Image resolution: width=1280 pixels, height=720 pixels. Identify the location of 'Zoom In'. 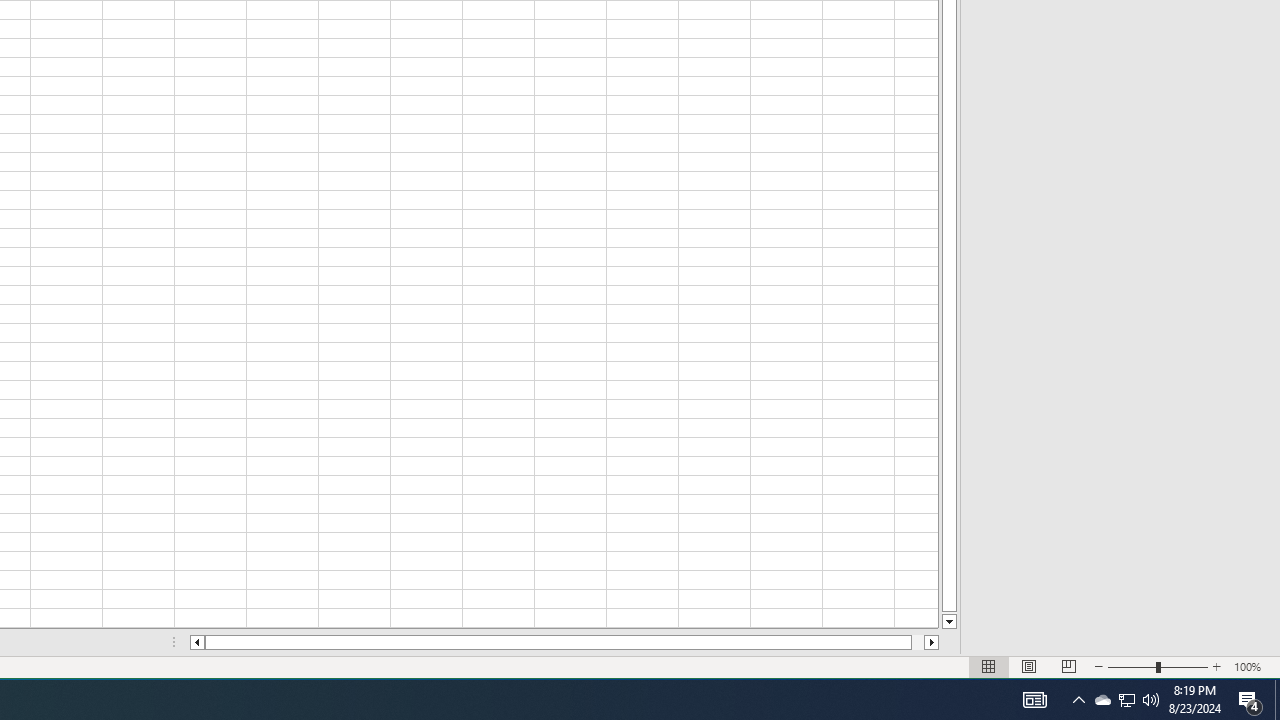
(1216, 667).